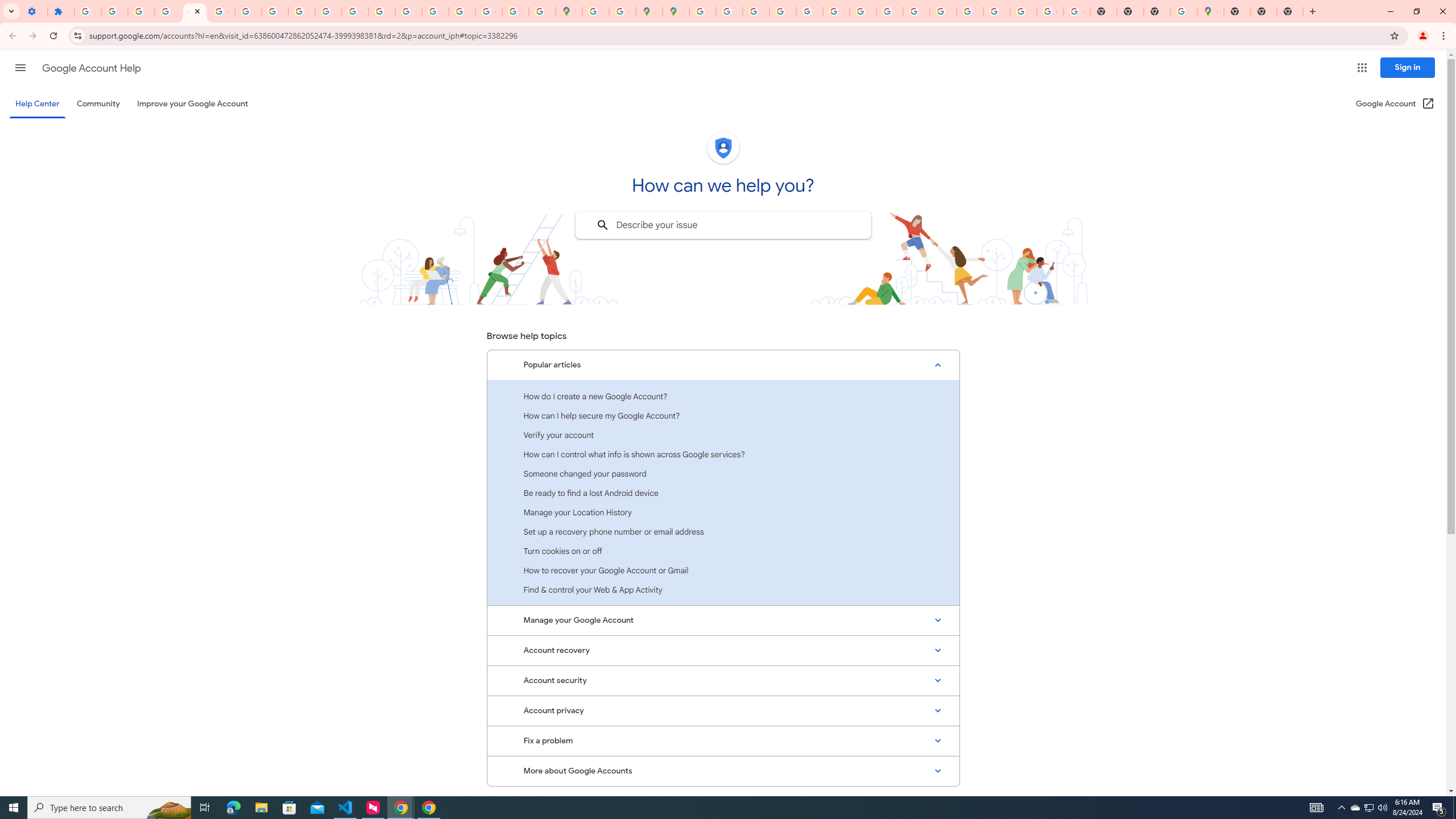 This screenshot has height=819, width=1456. Describe the element at coordinates (723, 225) in the screenshot. I see `'Describe your issue to find information that might help you.'` at that location.